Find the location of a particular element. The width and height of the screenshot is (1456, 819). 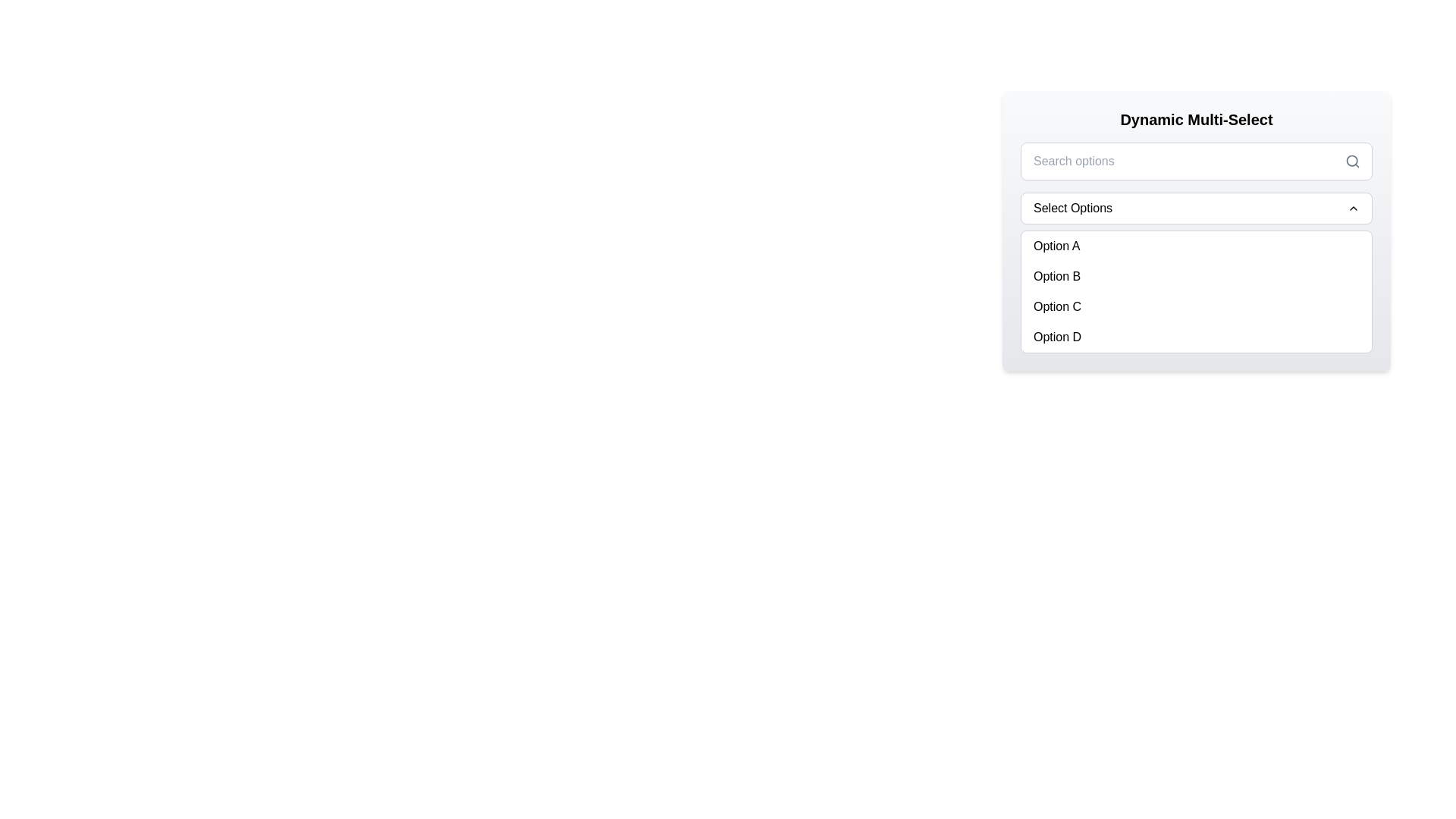

an option in the dropdown list located below the 'Select Options' dropdown menu, within the 'Dynamic Multi-Select' box is located at coordinates (1196, 231).